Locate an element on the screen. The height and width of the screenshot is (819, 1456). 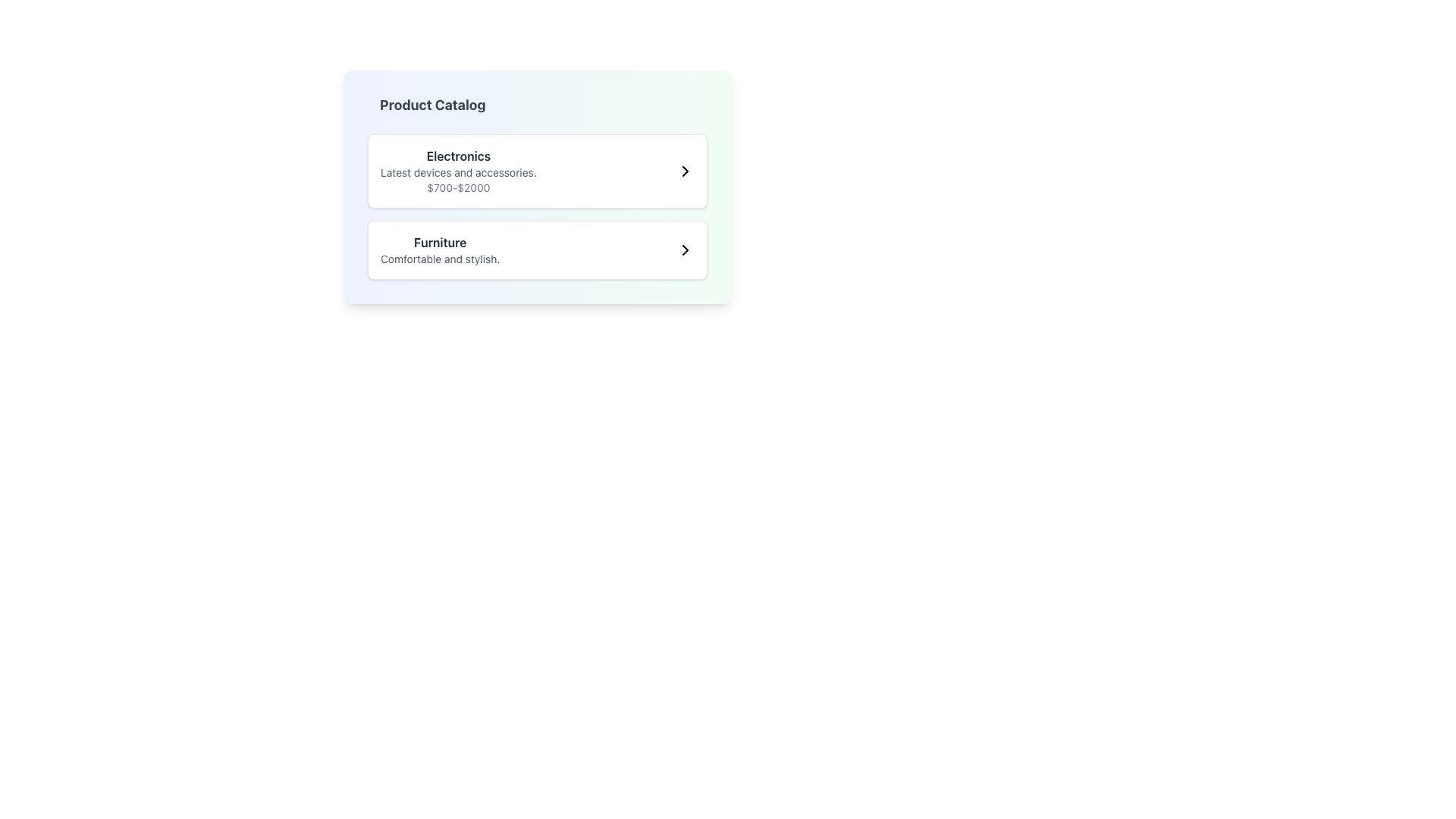
static text label that serves as the title for the electronics category, located at the top of the 'Product Catalog' section is located at coordinates (457, 155).